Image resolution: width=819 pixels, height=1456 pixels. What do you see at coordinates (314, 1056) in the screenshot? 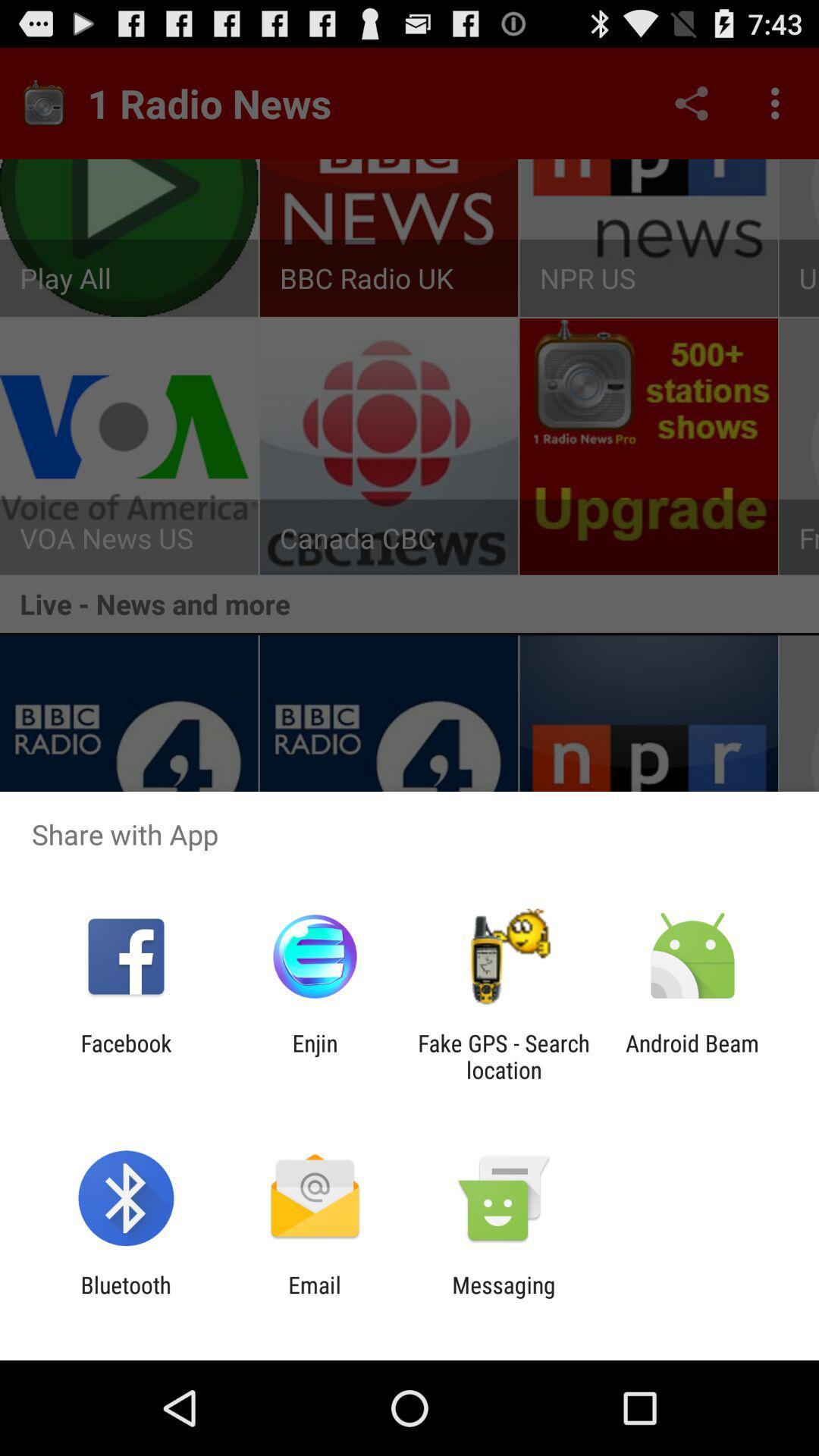
I see `the item next to the fake gps search` at bounding box center [314, 1056].